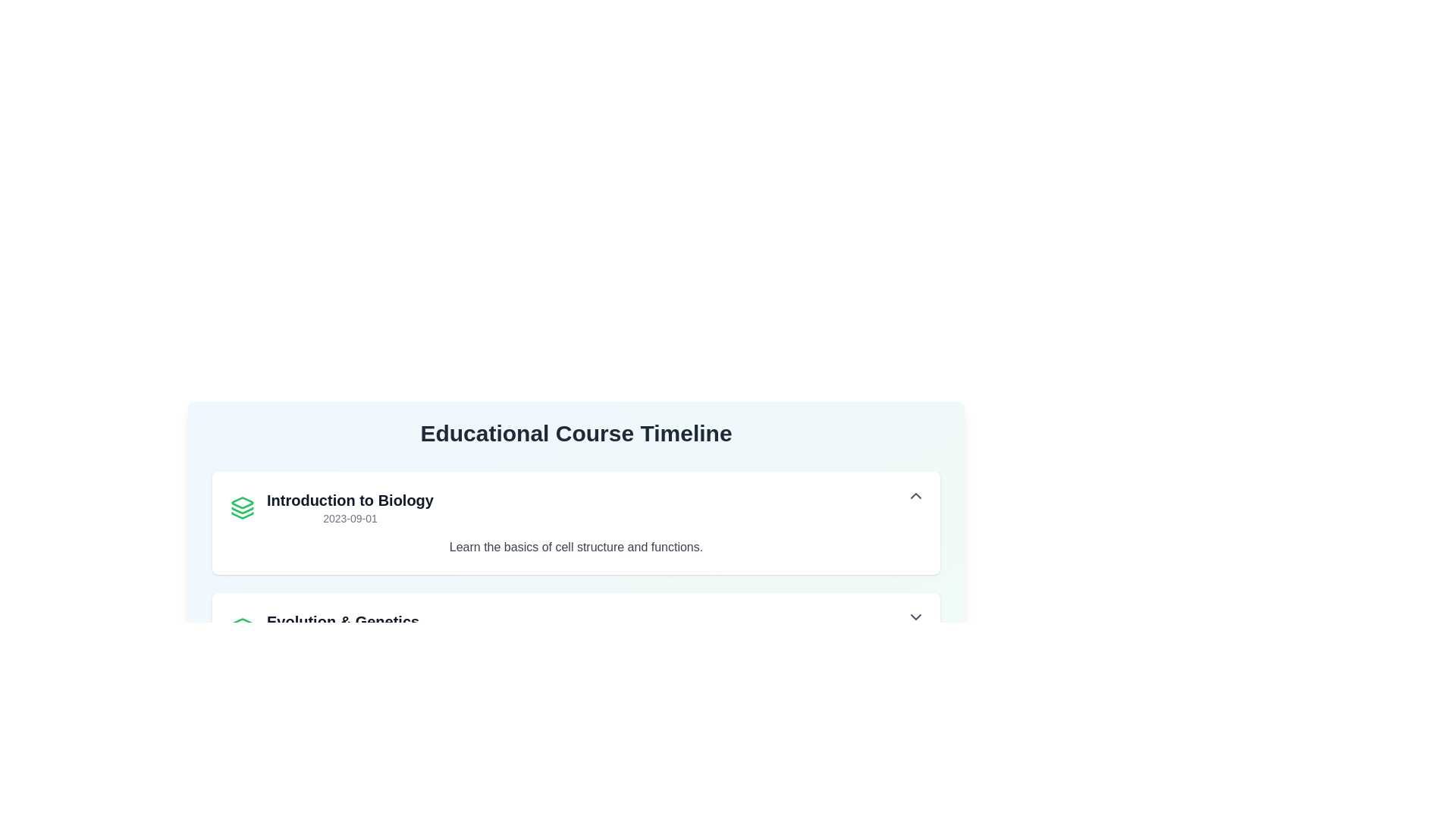 Image resolution: width=1456 pixels, height=819 pixels. What do you see at coordinates (349, 517) in the screenshot?
I see `the Text Label displaying '2023-09-01' located beneath the title 'Introduction to Biology' in the Educational Course Timeline` at bounding box center [349, 517].